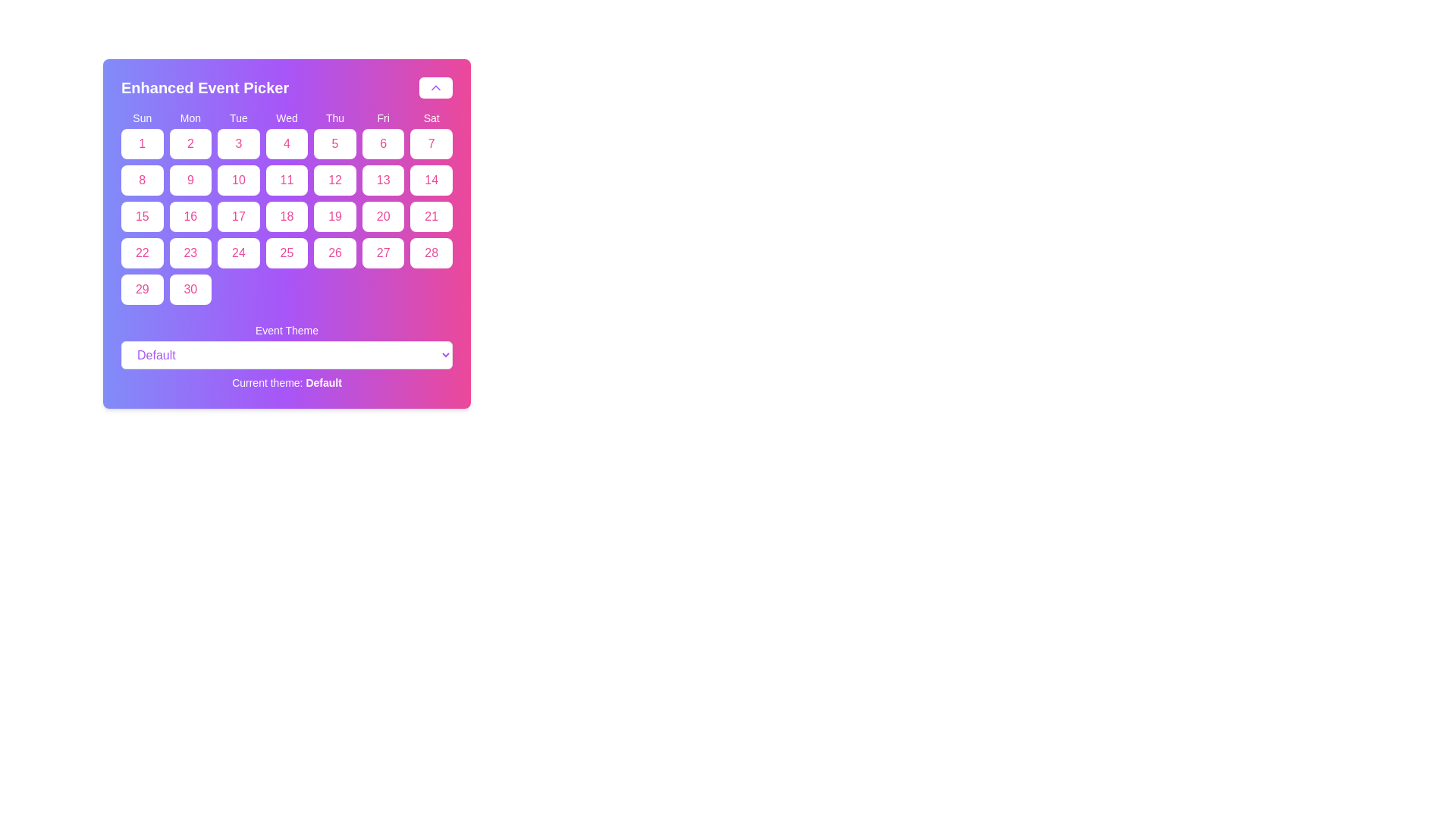 This screenshot has width=1456, height=819. What do you see at coordinates (142, 216) in the screenshot?
I see `the button representing the 15th day of the month` at bounding box center [142, 216].